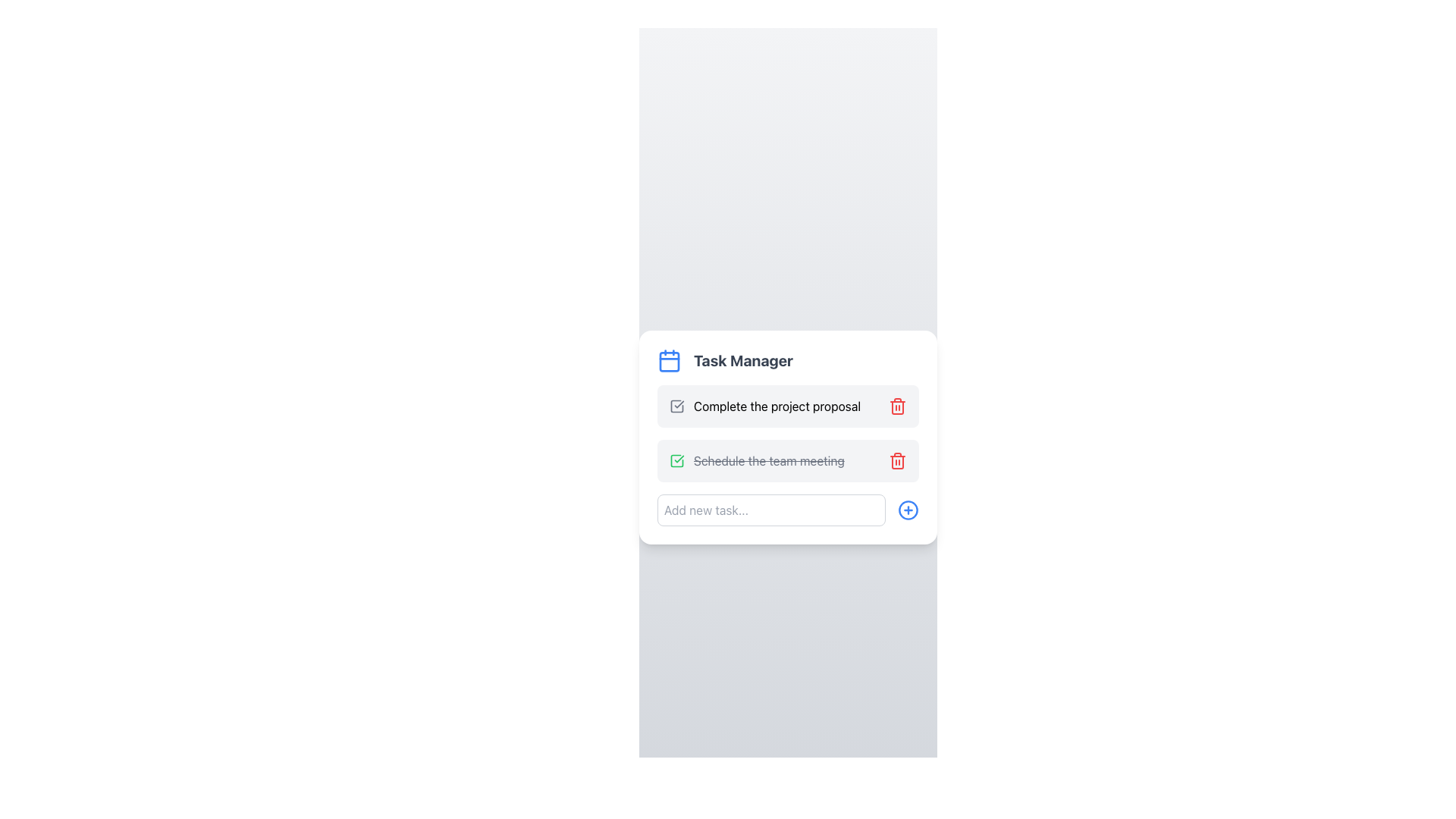  What do you see at coordinates (669, 362) in the screenshot?
I see `the rectangle with rounded corners that is part of the blue calendar icon located to the left of the heading 'Task Manager'` at bounding box center [669, 362].